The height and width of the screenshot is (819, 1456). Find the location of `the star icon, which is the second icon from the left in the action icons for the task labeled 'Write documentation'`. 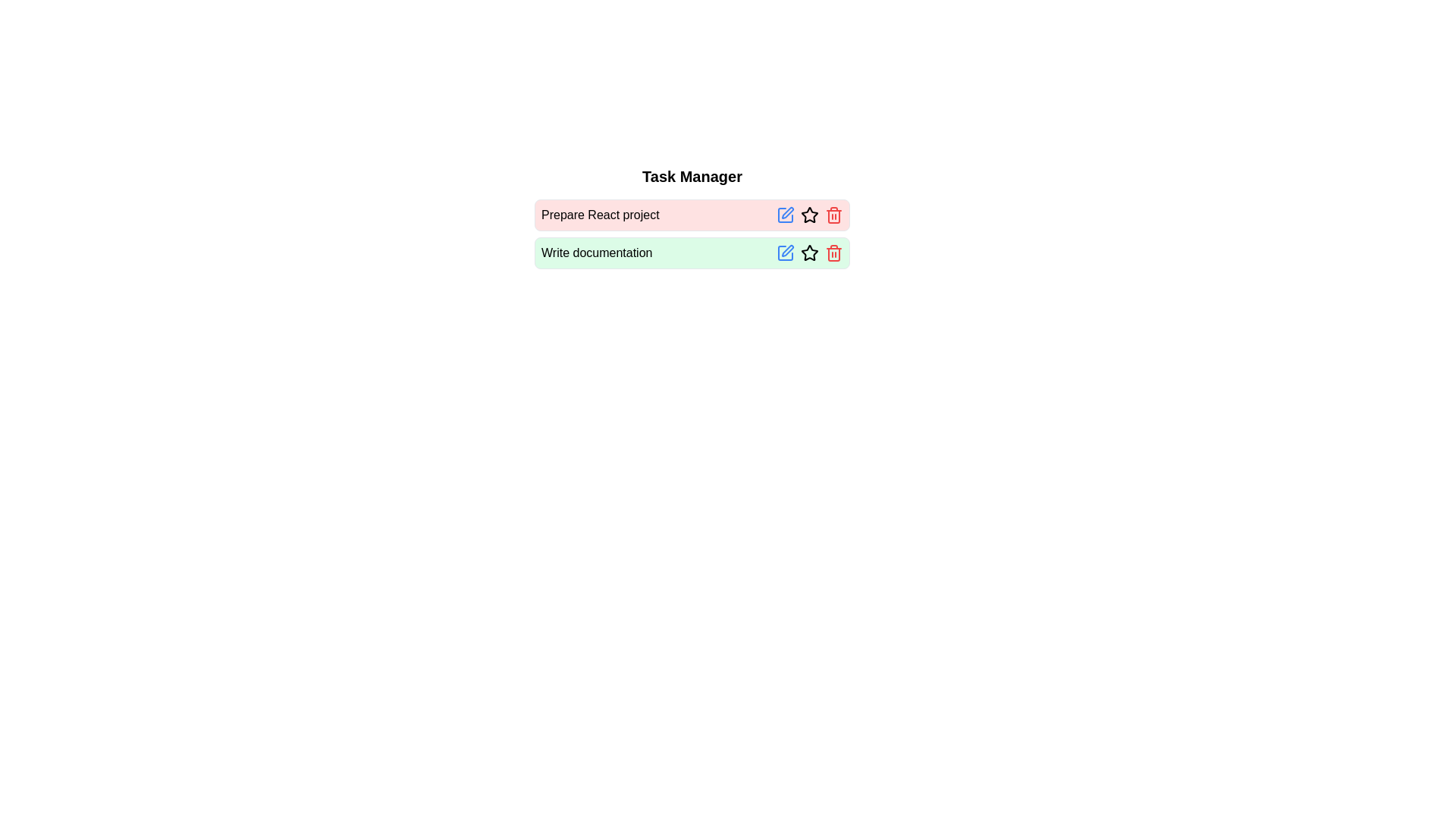

the star icon, which is the second icon from the left in the action icons for the task labeled 'Write documentation' is located at coordinates (809, 253).